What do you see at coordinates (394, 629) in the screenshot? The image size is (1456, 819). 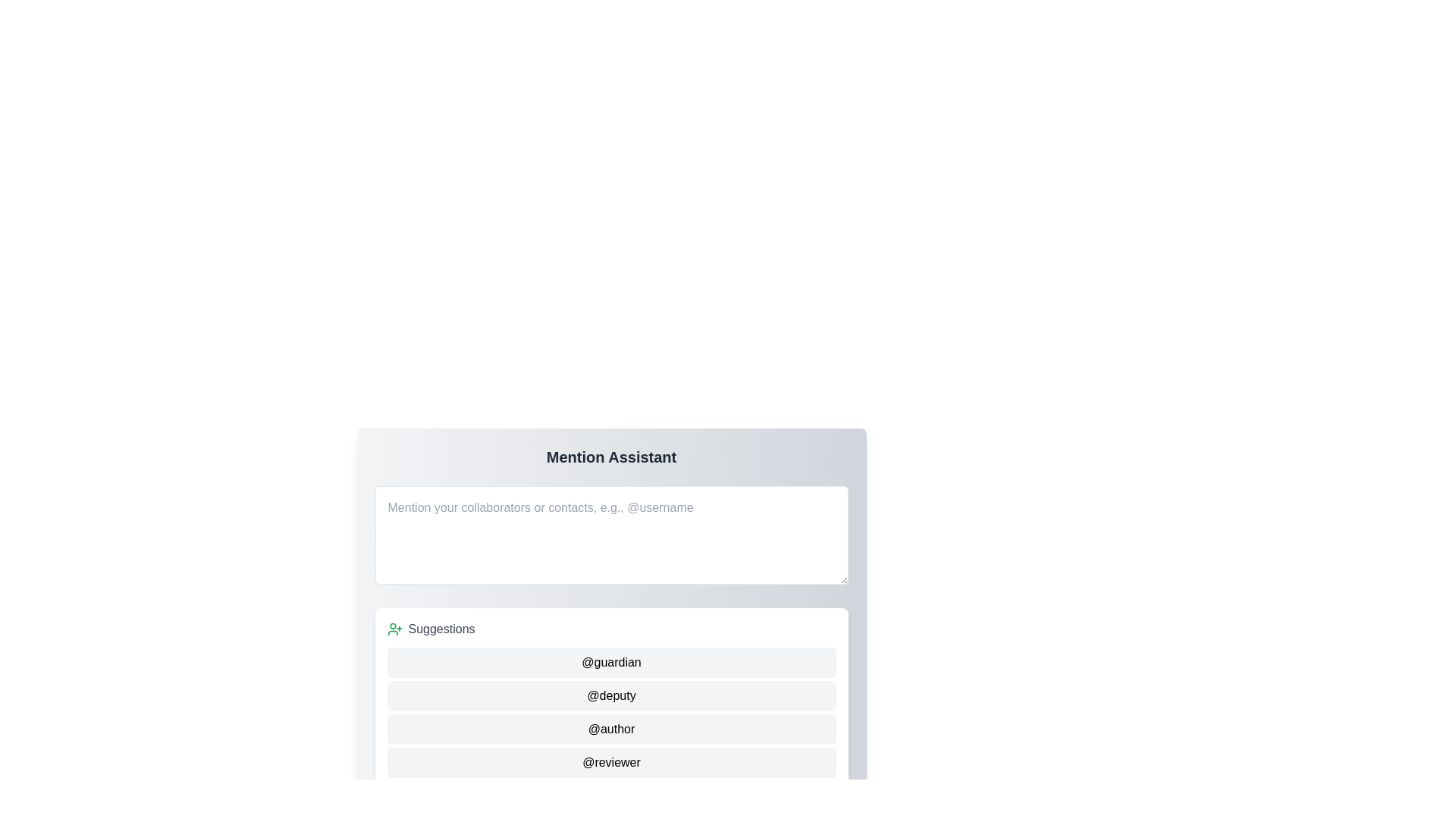 I see `the purpose of the 'user plus' icon located at the start of the horizontal row in the suggestion panel, which is aligned to the left and is situated in the upper-left section` at bounding box center [394, 629].